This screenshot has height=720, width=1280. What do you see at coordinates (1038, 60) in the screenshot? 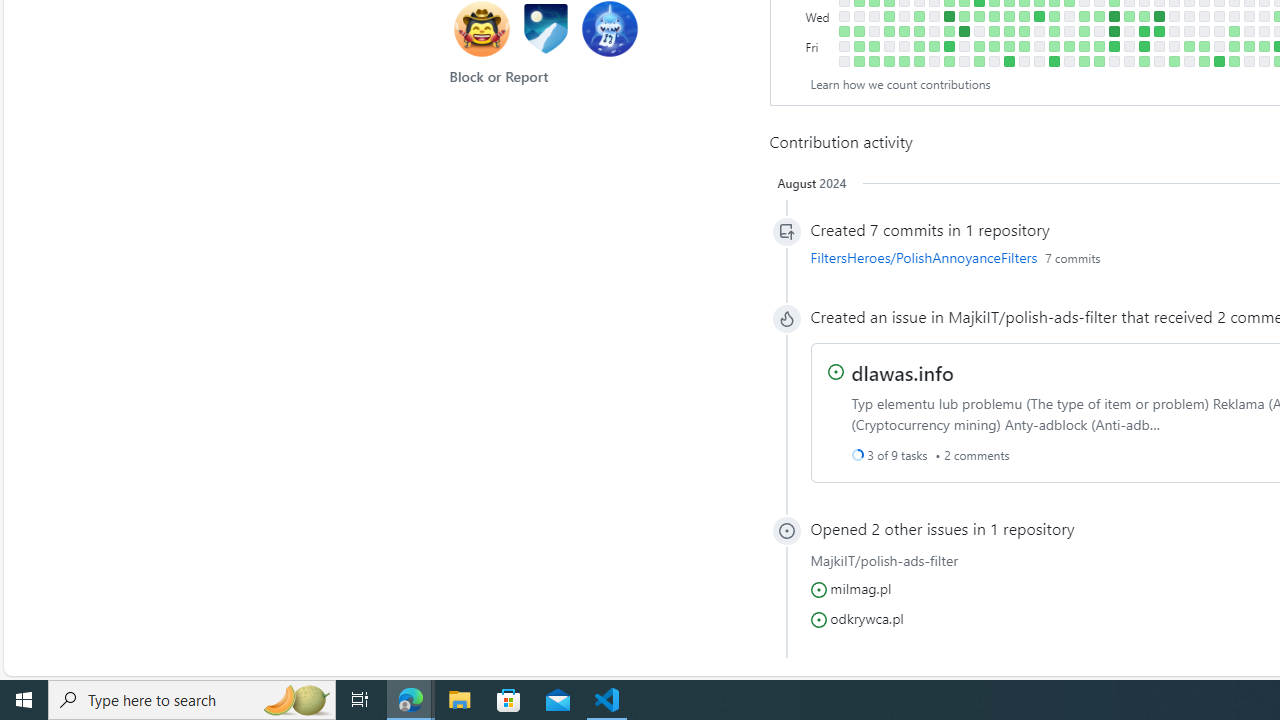
I see `'No contributions on November 25th.'` at bounding box center [1038, 60].